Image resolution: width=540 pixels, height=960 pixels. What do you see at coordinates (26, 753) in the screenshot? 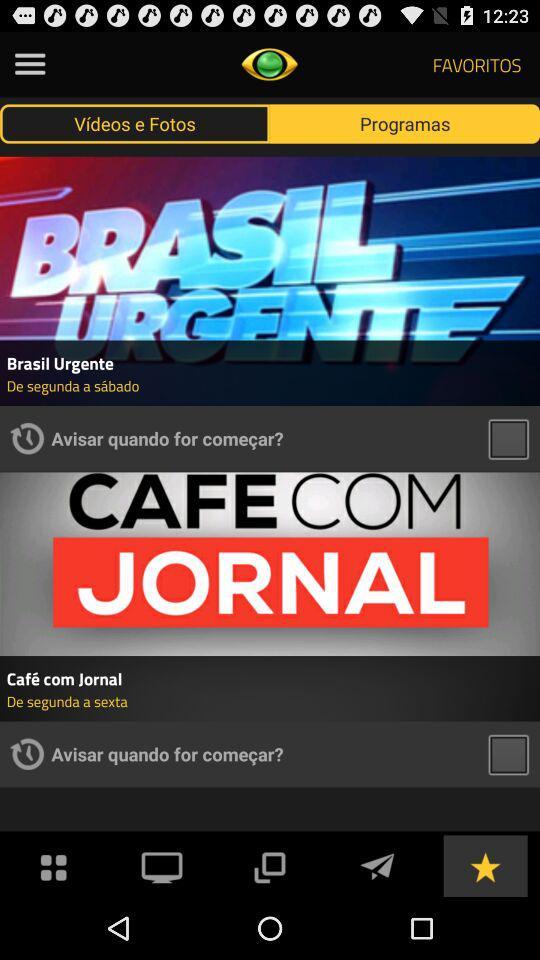
I see `app next to avisar quando for app` at bounding box center [26, 753].